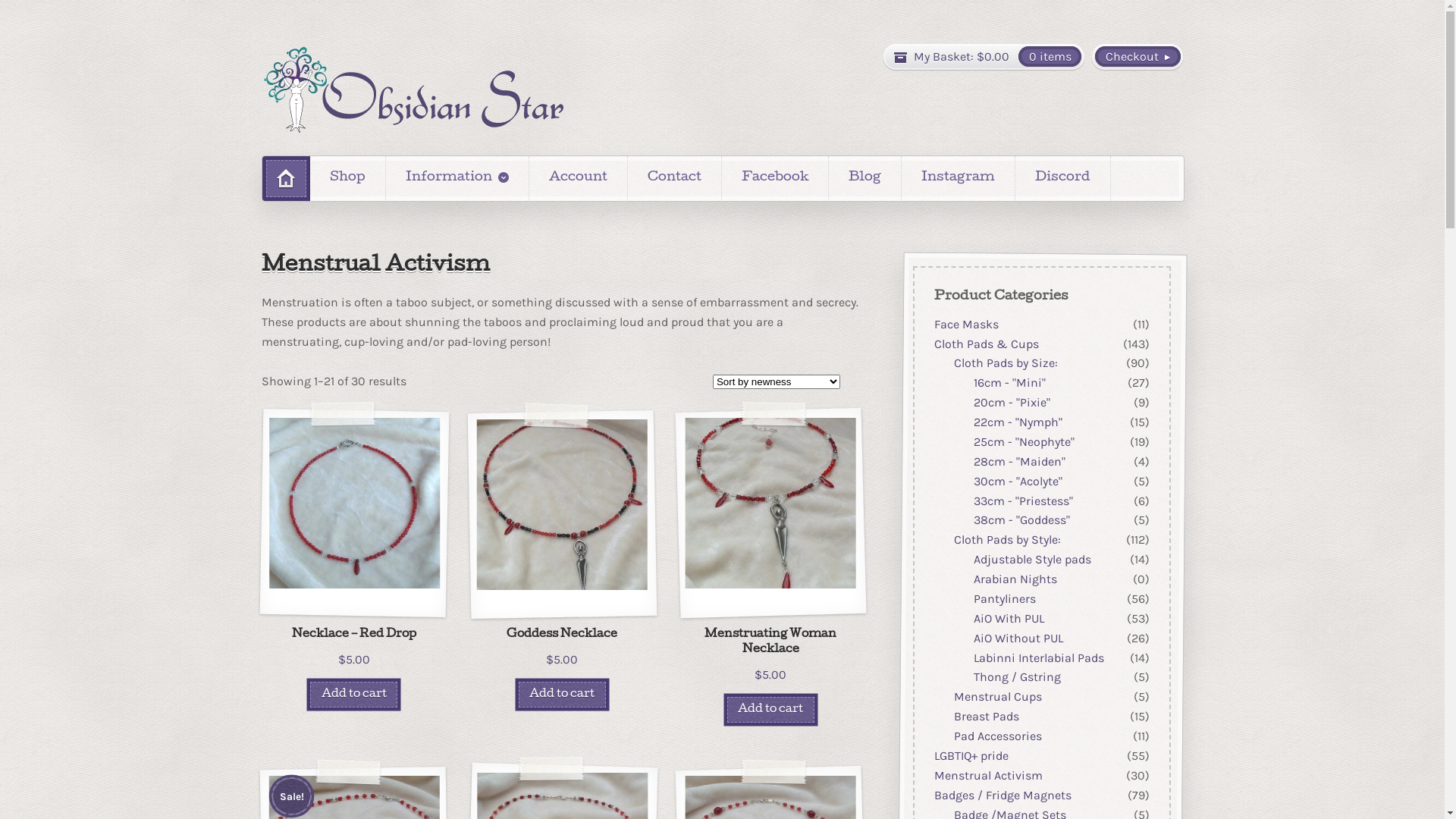  I want to click on 'Pad Accessories', so click(997, 735).